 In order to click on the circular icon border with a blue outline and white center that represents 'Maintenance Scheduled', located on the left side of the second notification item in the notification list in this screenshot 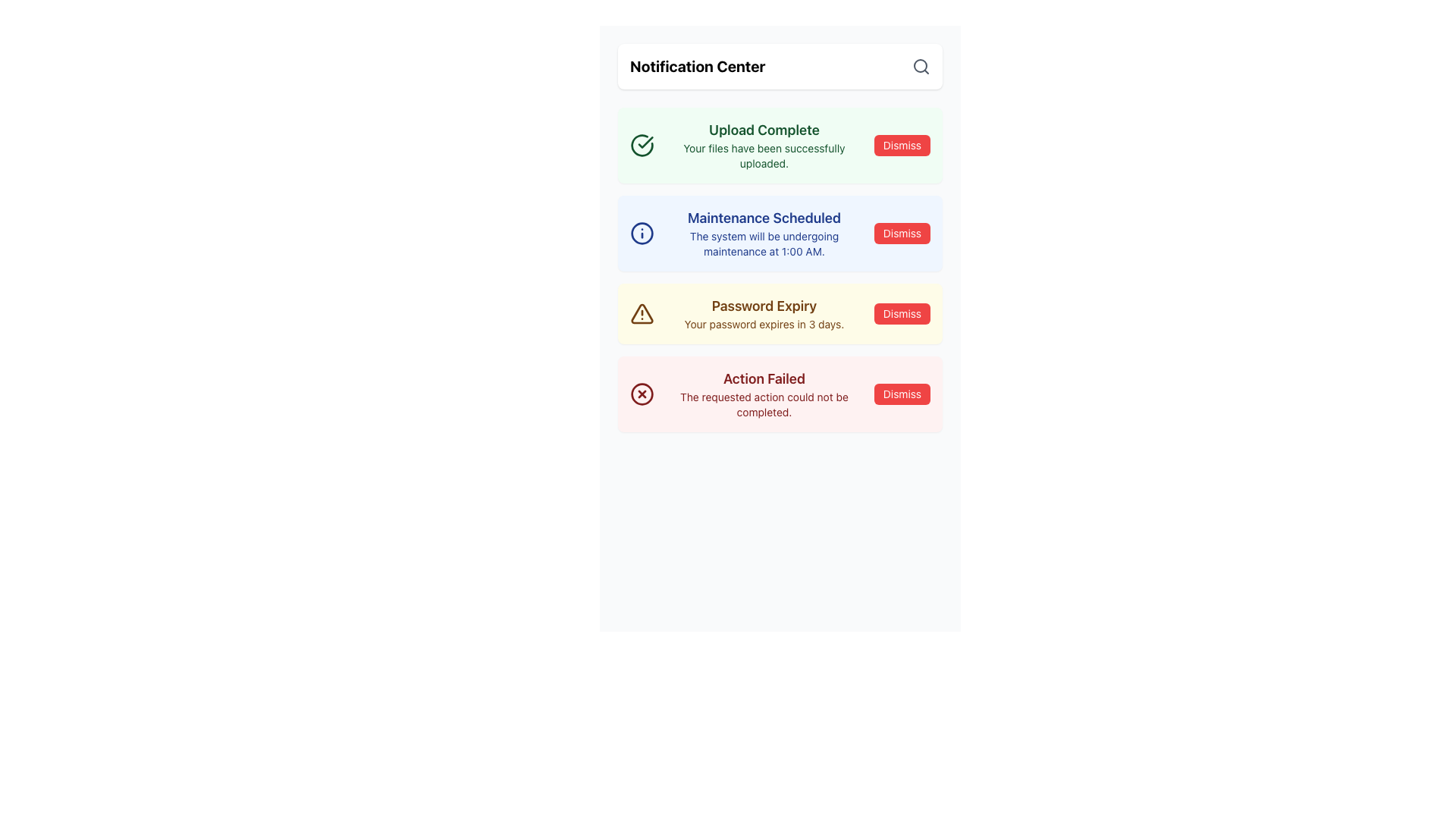, I will do `click(642, 234)`.